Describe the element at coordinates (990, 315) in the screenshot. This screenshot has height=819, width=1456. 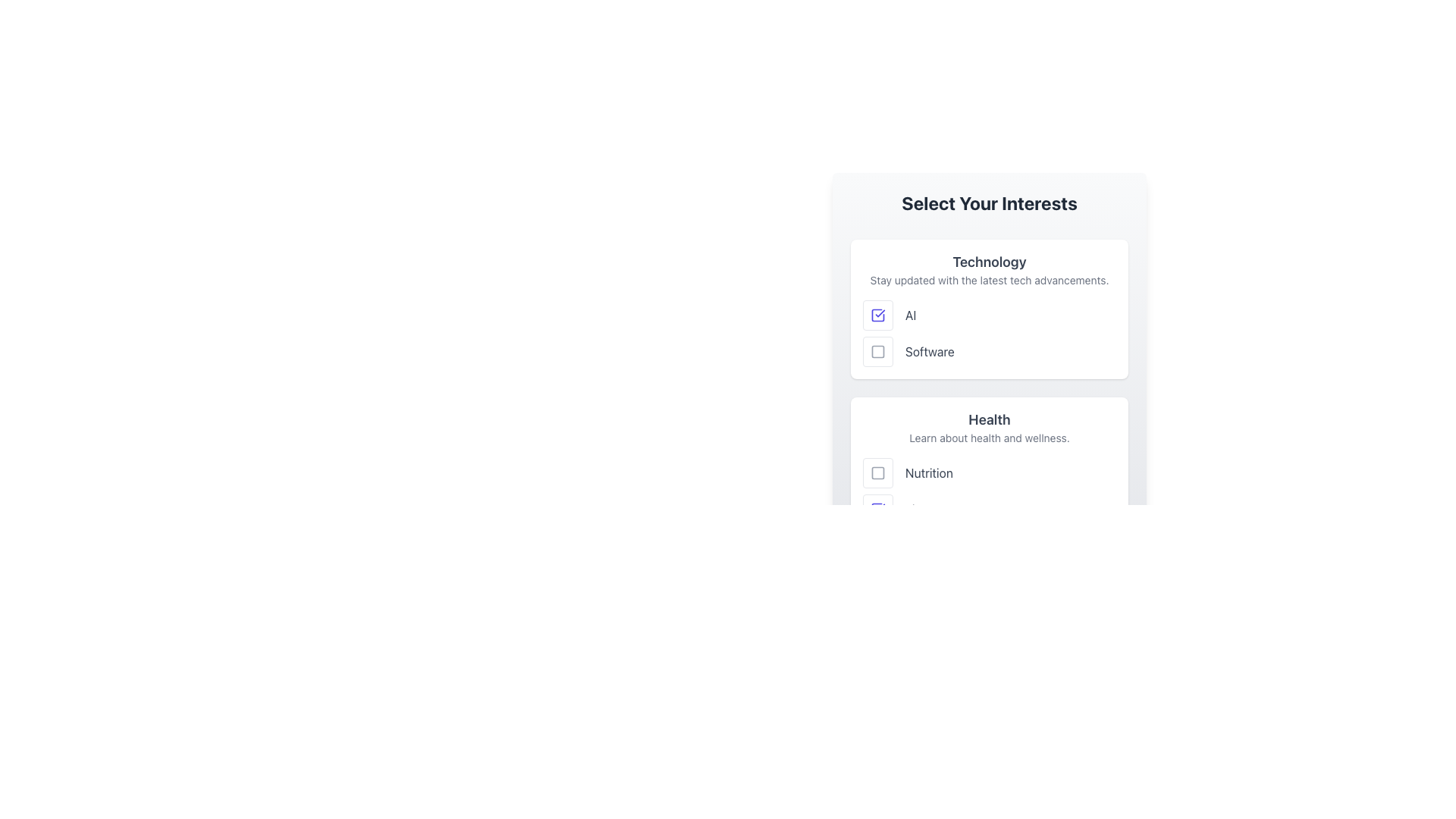
I see `the checkbox item for the 'AI' topic under the 'Technology' category, which is the first item in the list` at that location.